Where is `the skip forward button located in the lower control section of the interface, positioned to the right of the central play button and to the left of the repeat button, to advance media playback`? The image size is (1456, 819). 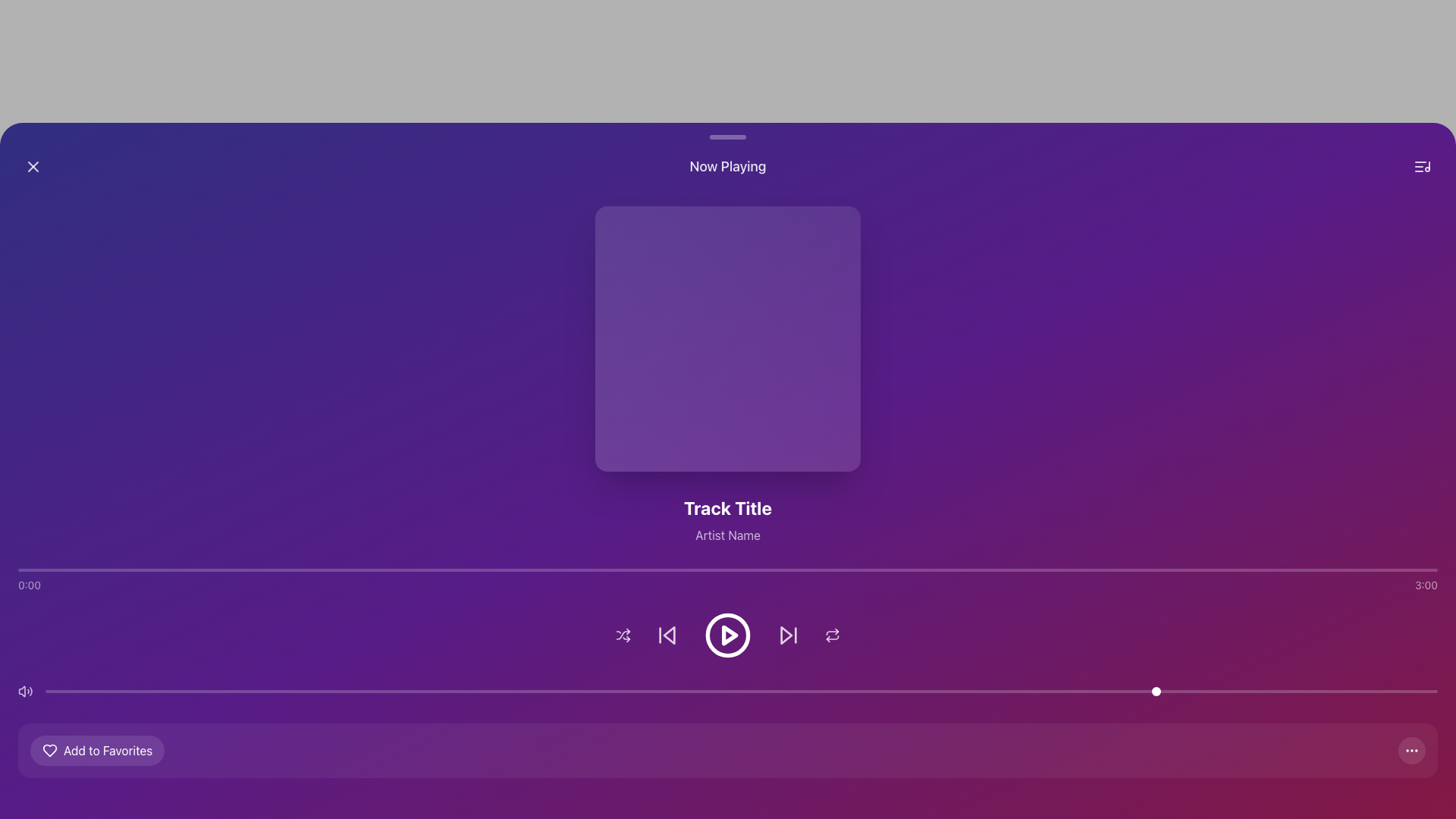 the skip forward button located in the lower control section of the interface, positioned to the right of the central play button and to the left of the repeat button, to advance media playback is located at coordinates (786, 635).